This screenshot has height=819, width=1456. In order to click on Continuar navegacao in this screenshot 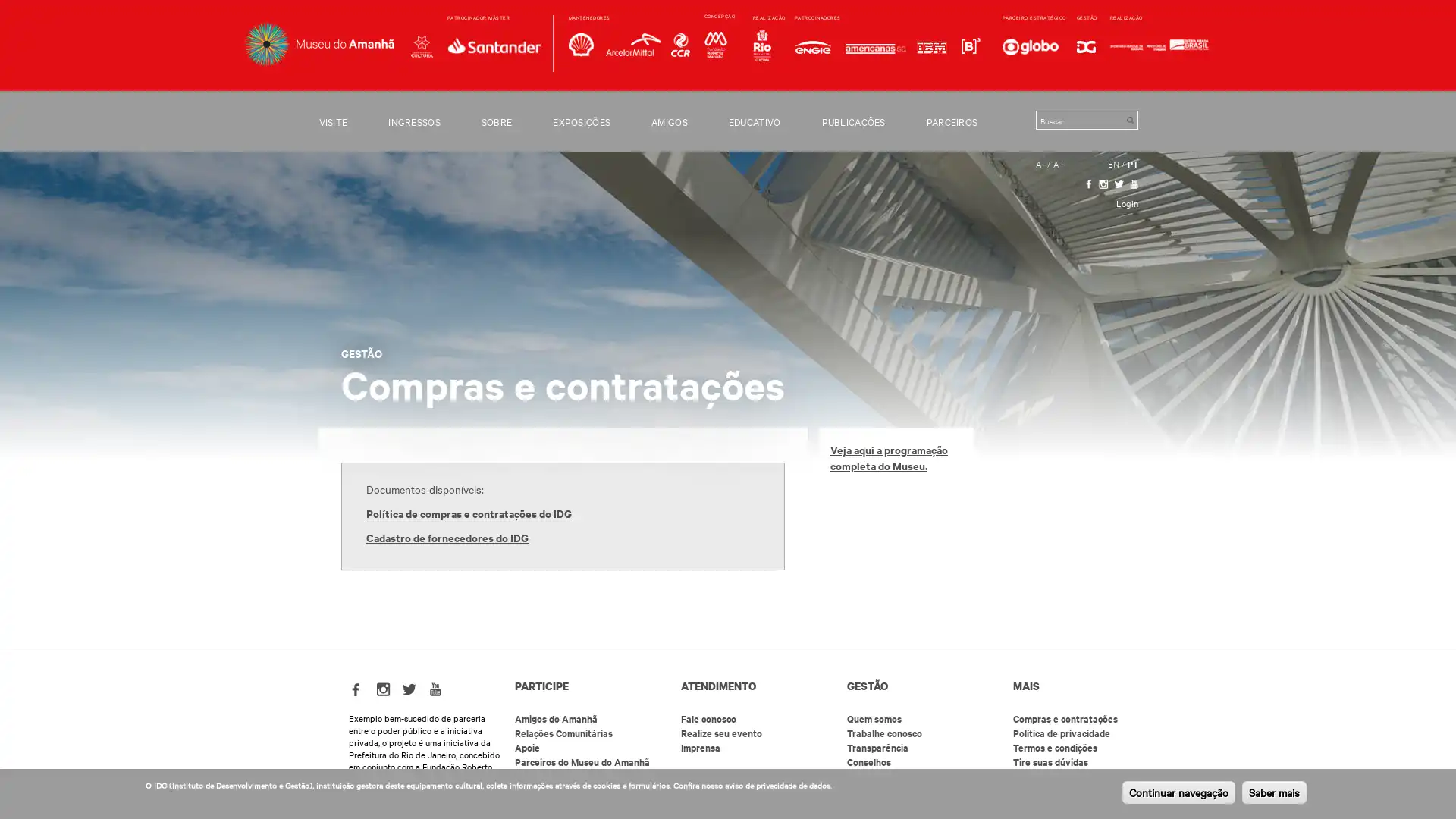, I will do `click(1178, 792)`.